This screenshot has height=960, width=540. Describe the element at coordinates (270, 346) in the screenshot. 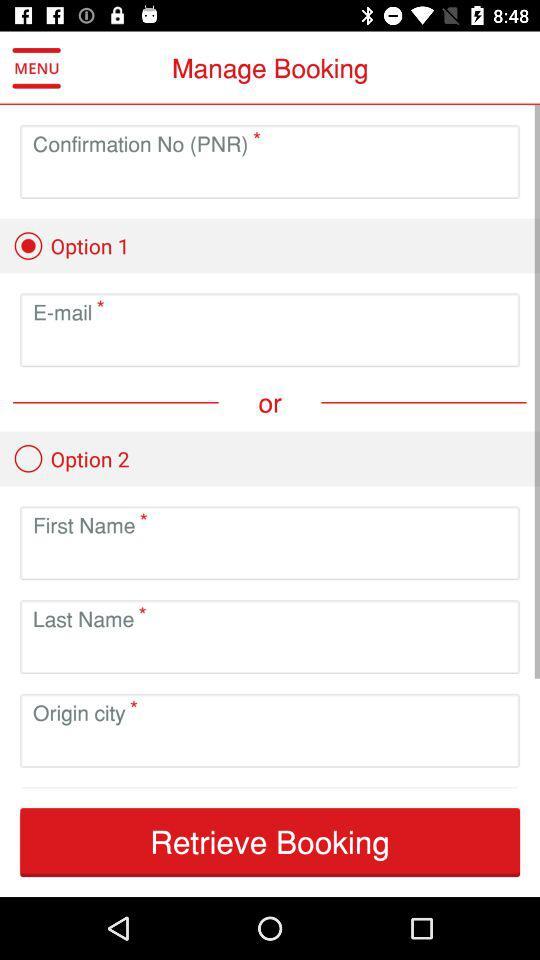

I see `your email address` at that location.